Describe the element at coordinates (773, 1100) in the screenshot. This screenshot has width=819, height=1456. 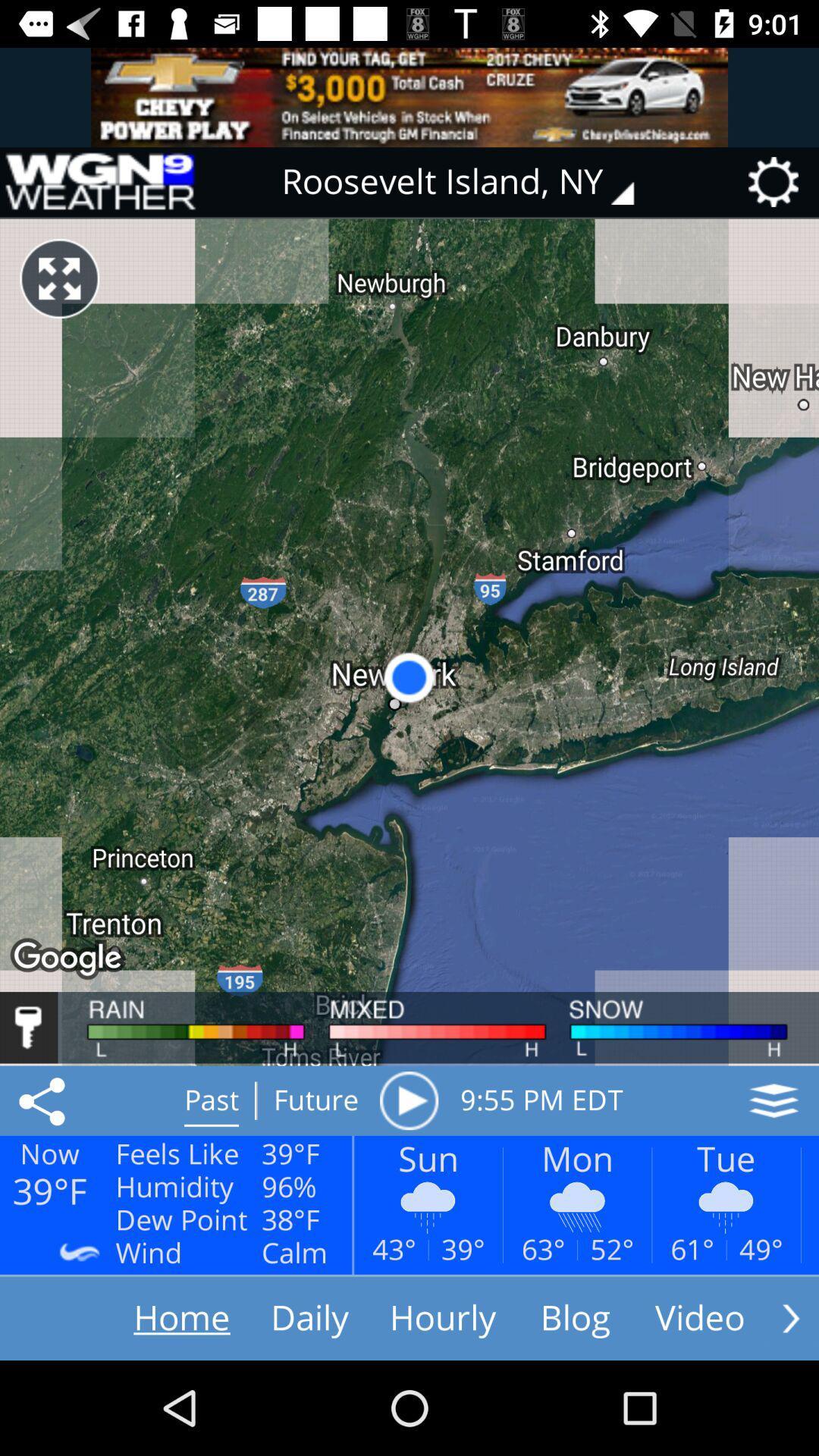
I see `radar layers` at that location.